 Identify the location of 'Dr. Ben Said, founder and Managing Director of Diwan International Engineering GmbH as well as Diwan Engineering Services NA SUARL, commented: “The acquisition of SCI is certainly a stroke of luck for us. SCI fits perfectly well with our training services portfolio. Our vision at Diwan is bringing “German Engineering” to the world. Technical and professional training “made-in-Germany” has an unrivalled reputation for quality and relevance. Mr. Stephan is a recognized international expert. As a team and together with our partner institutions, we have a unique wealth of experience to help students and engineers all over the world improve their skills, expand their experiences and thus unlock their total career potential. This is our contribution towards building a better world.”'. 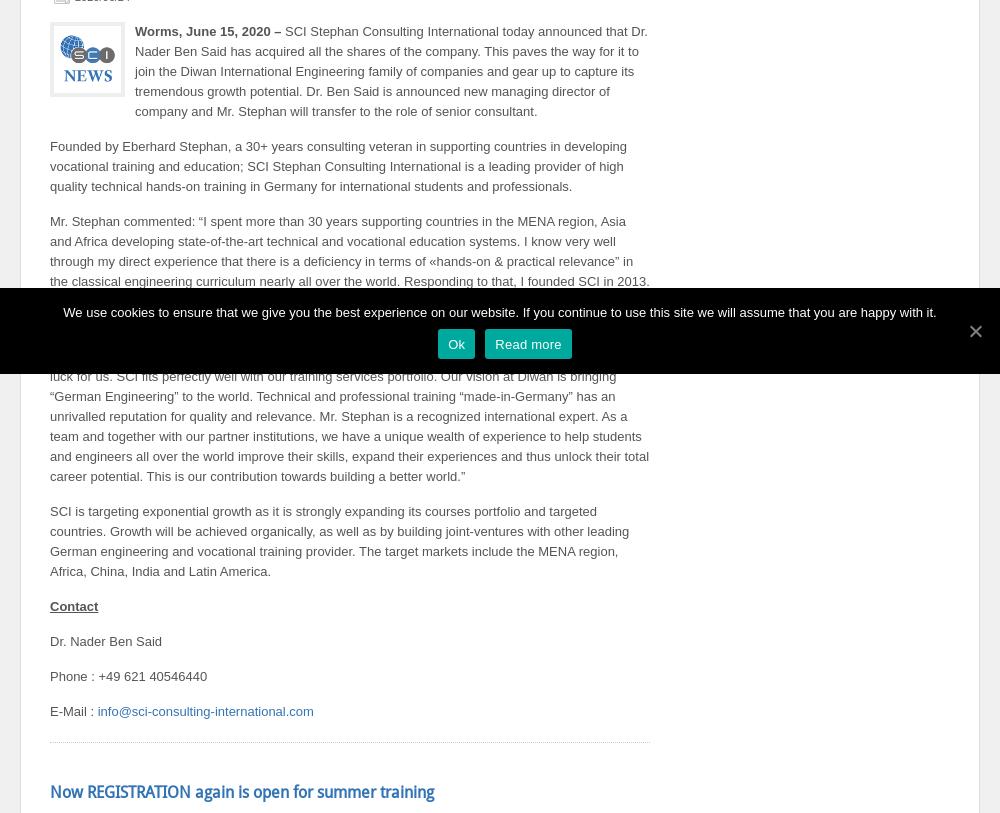
(348, 405).